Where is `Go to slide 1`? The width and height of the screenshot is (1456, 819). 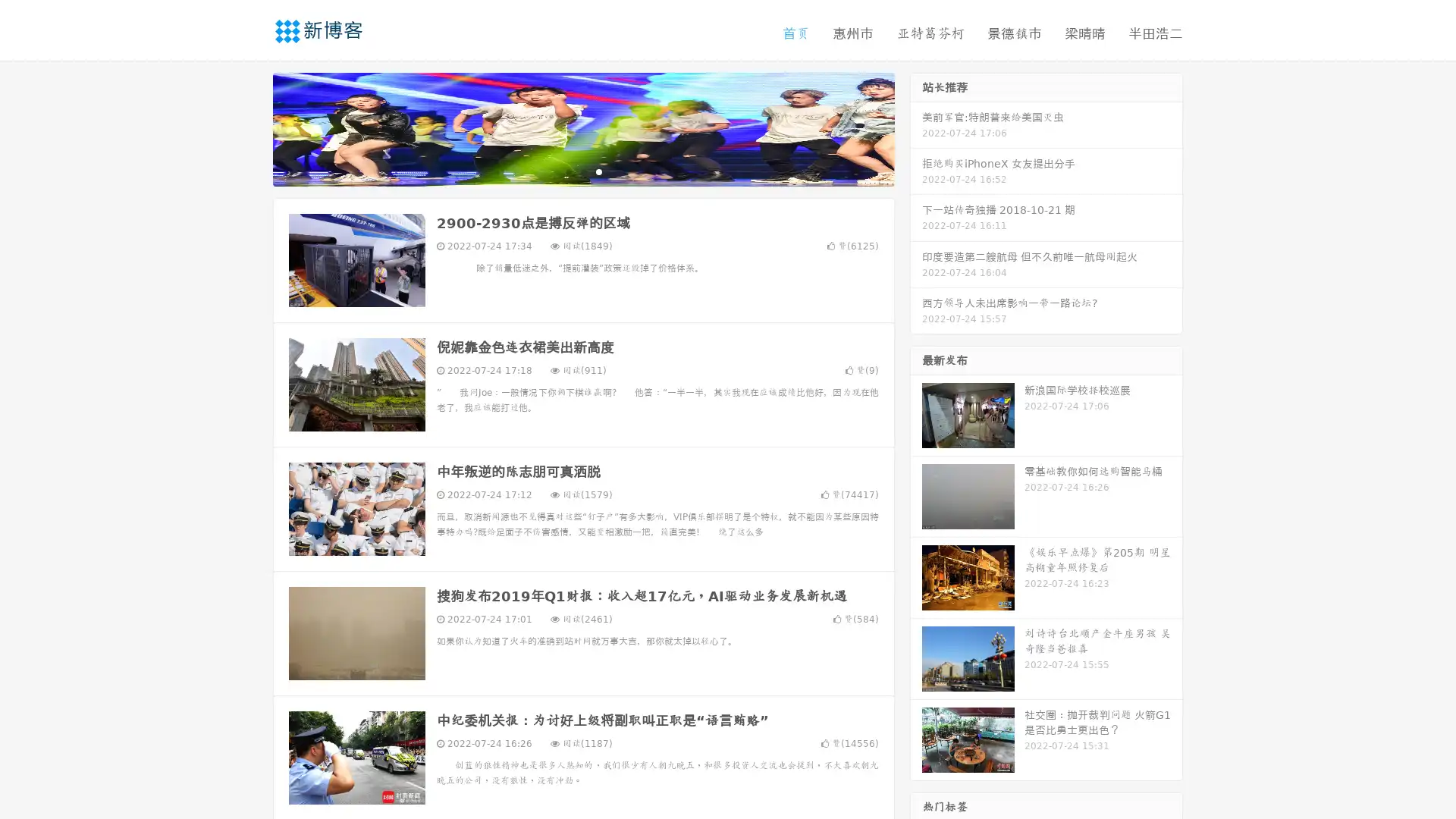 Go to slide 1 is located at coordinates (567, 171).